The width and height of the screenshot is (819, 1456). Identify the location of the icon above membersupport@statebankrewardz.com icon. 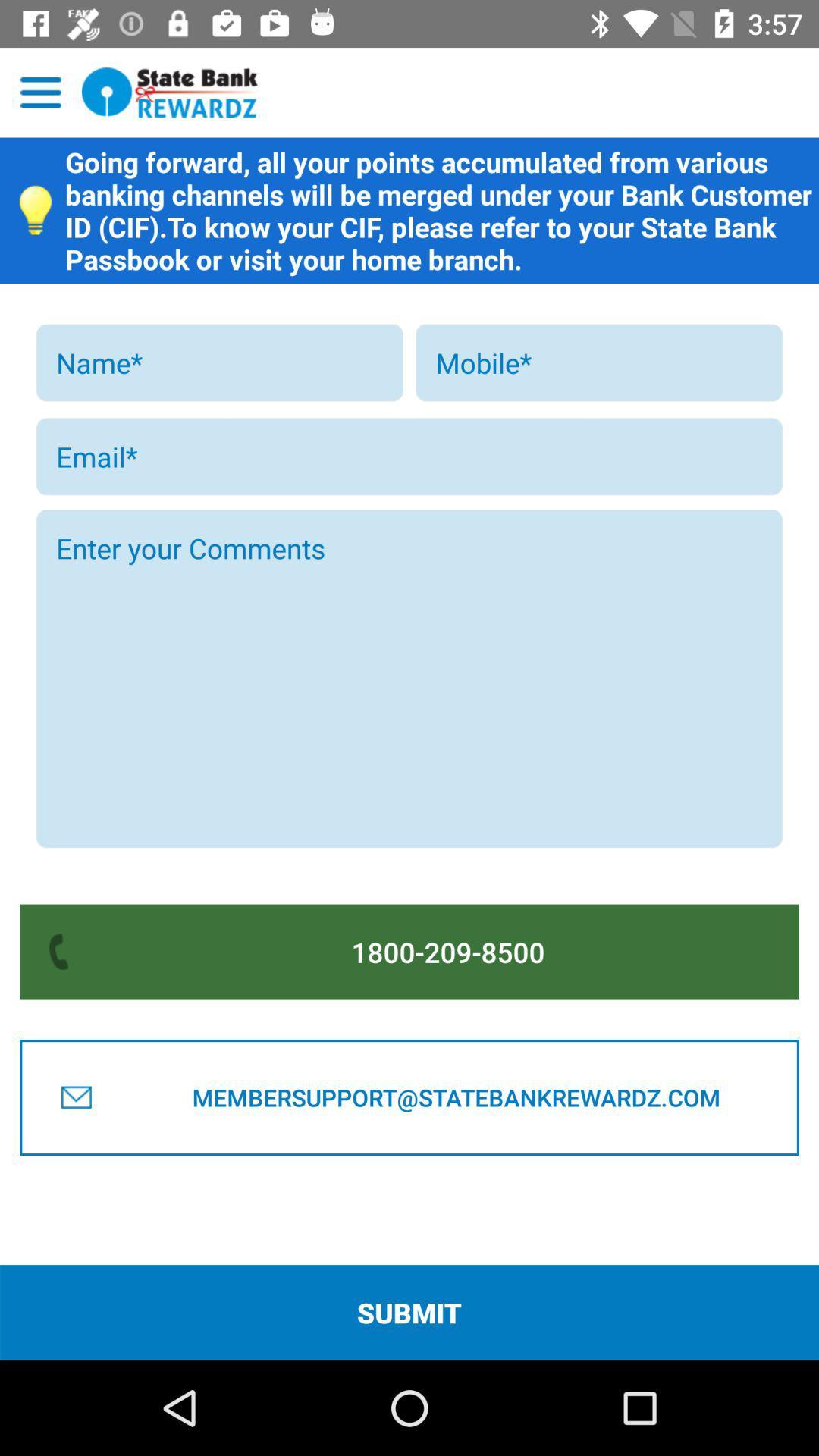
(447, 951).